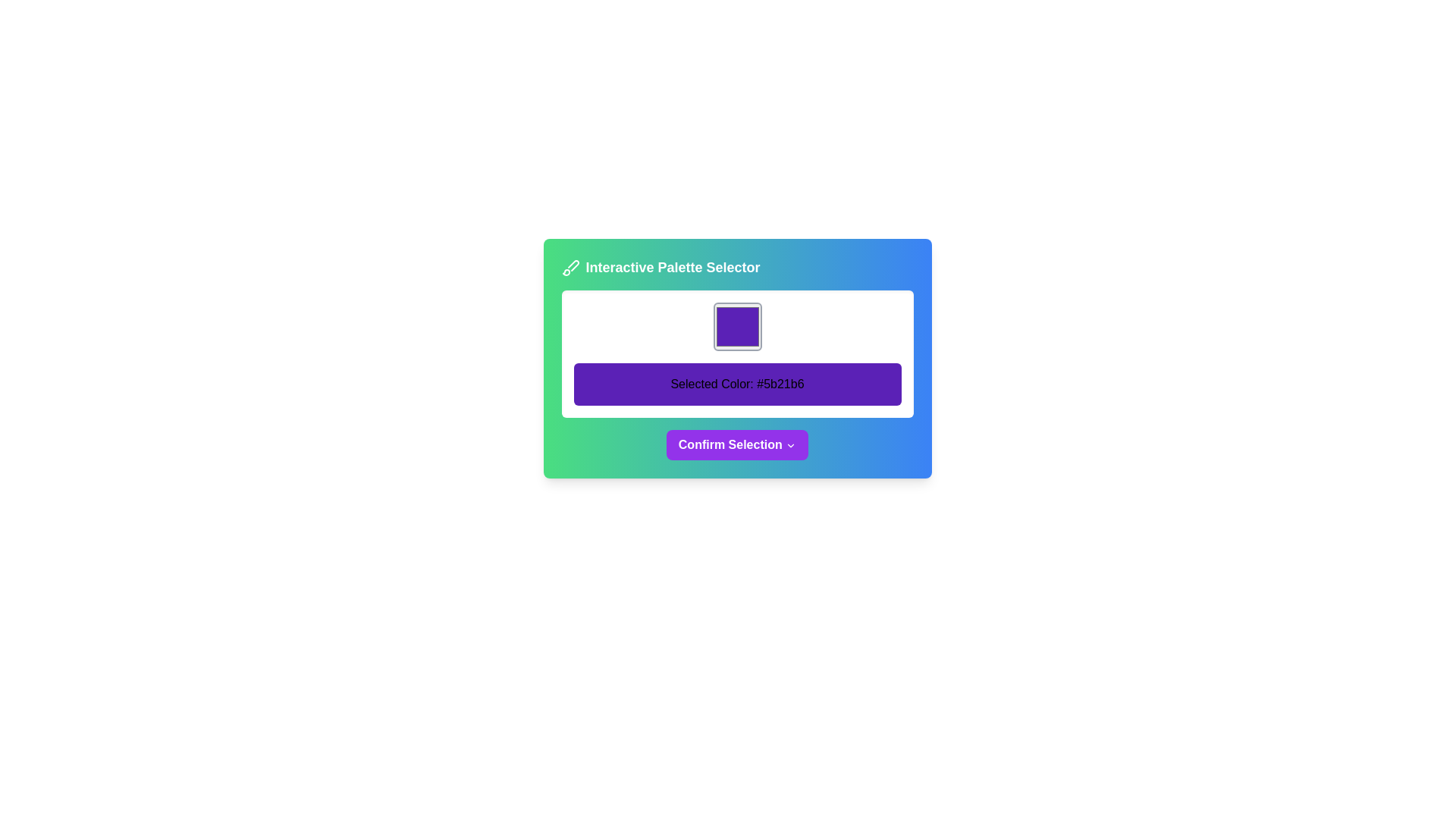 The width and height of the screenshot is (1456, 819). I want to click on the icon indicating additional functionality next to the 'Confirm Selection' button within the purple button in the dialog box, so click(790, 444).